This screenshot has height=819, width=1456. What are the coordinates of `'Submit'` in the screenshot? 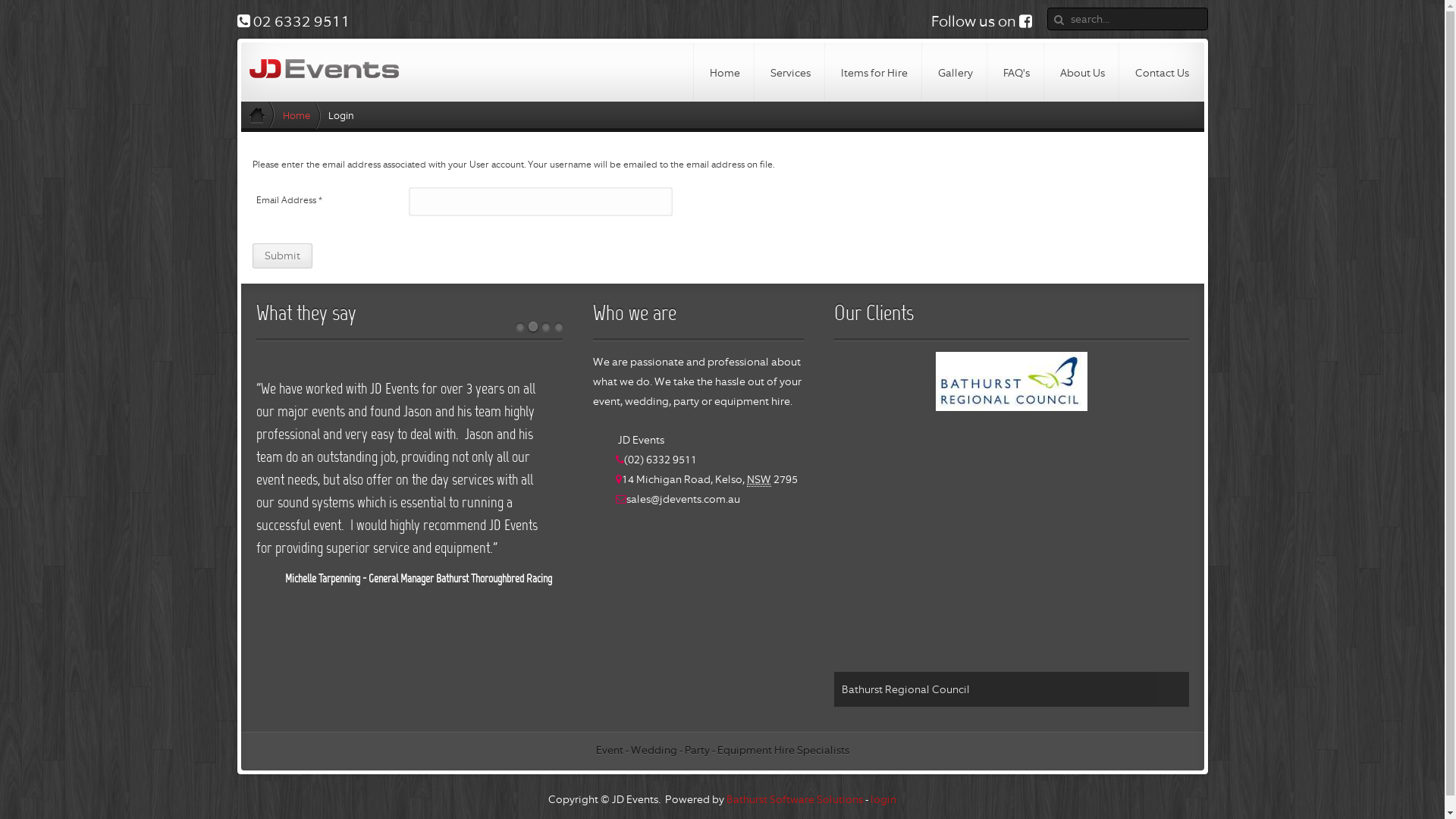 It's located at (281, 255).